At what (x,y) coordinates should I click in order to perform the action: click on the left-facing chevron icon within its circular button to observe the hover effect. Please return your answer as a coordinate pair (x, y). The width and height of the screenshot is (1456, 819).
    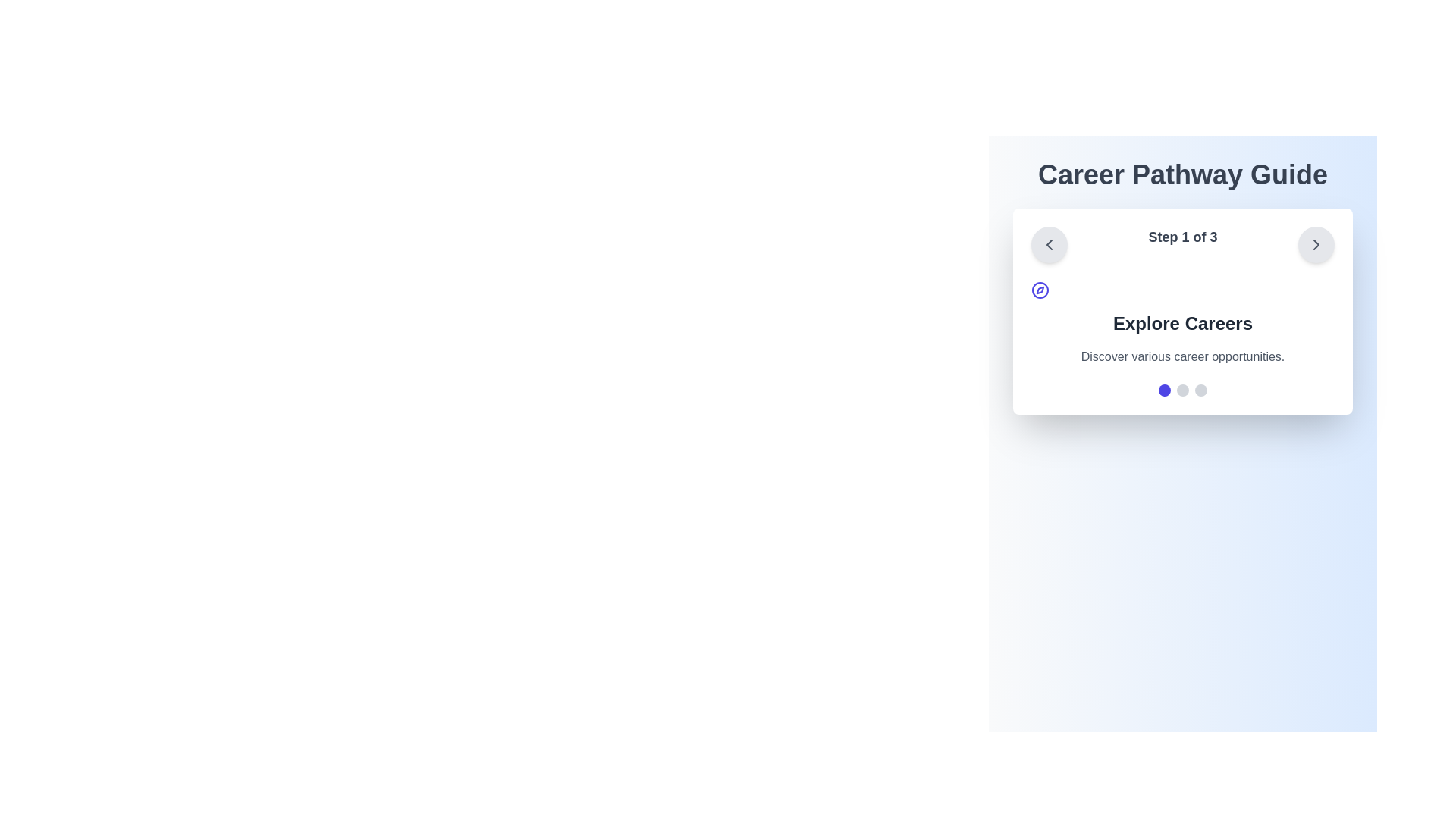
    Looking at the image, I should click on (1048, 244).